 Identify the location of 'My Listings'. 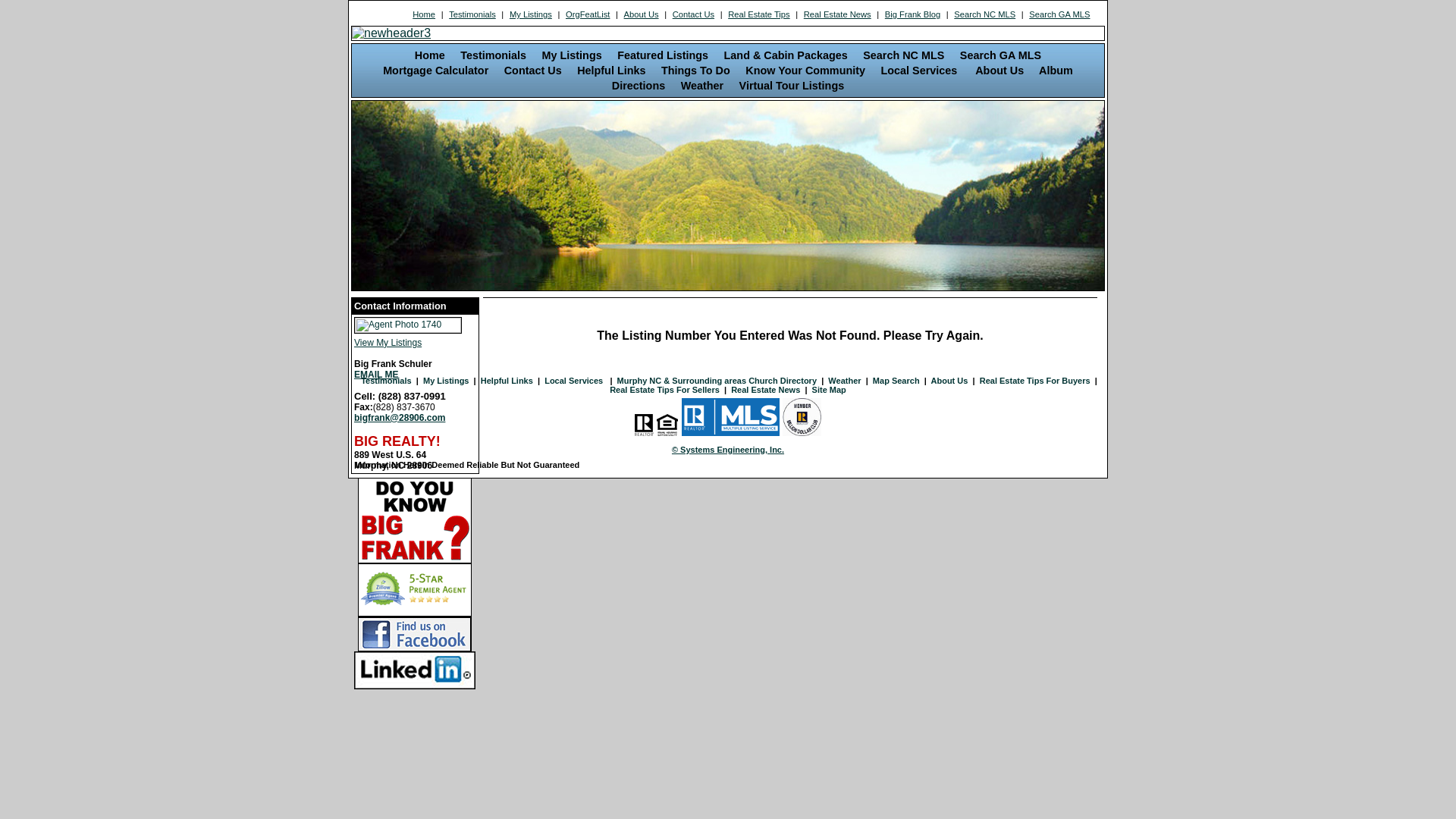
(530, 14).